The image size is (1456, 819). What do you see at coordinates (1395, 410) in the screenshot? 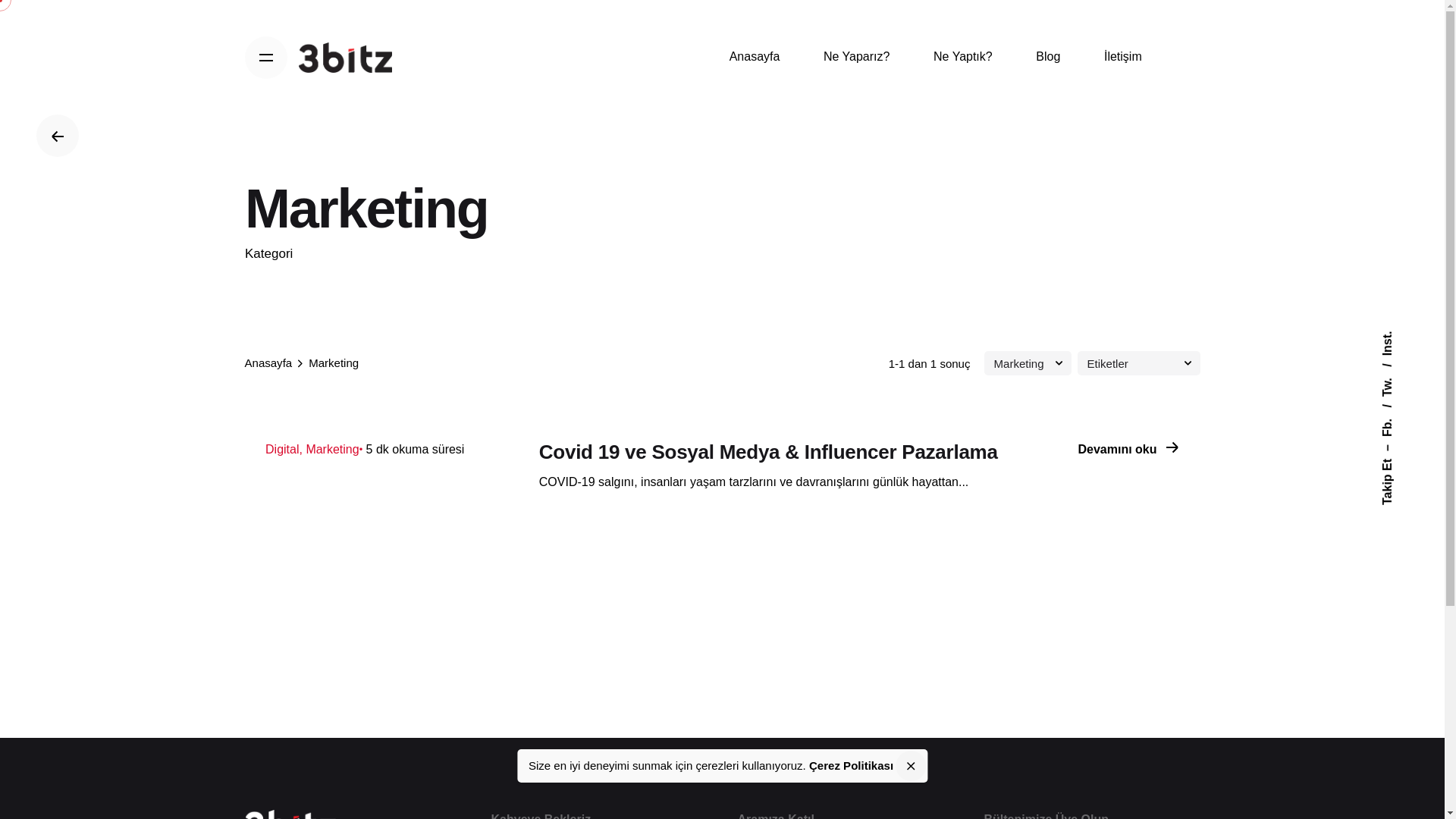
I see `'Fb.'` at bounding box center [1395, 410].